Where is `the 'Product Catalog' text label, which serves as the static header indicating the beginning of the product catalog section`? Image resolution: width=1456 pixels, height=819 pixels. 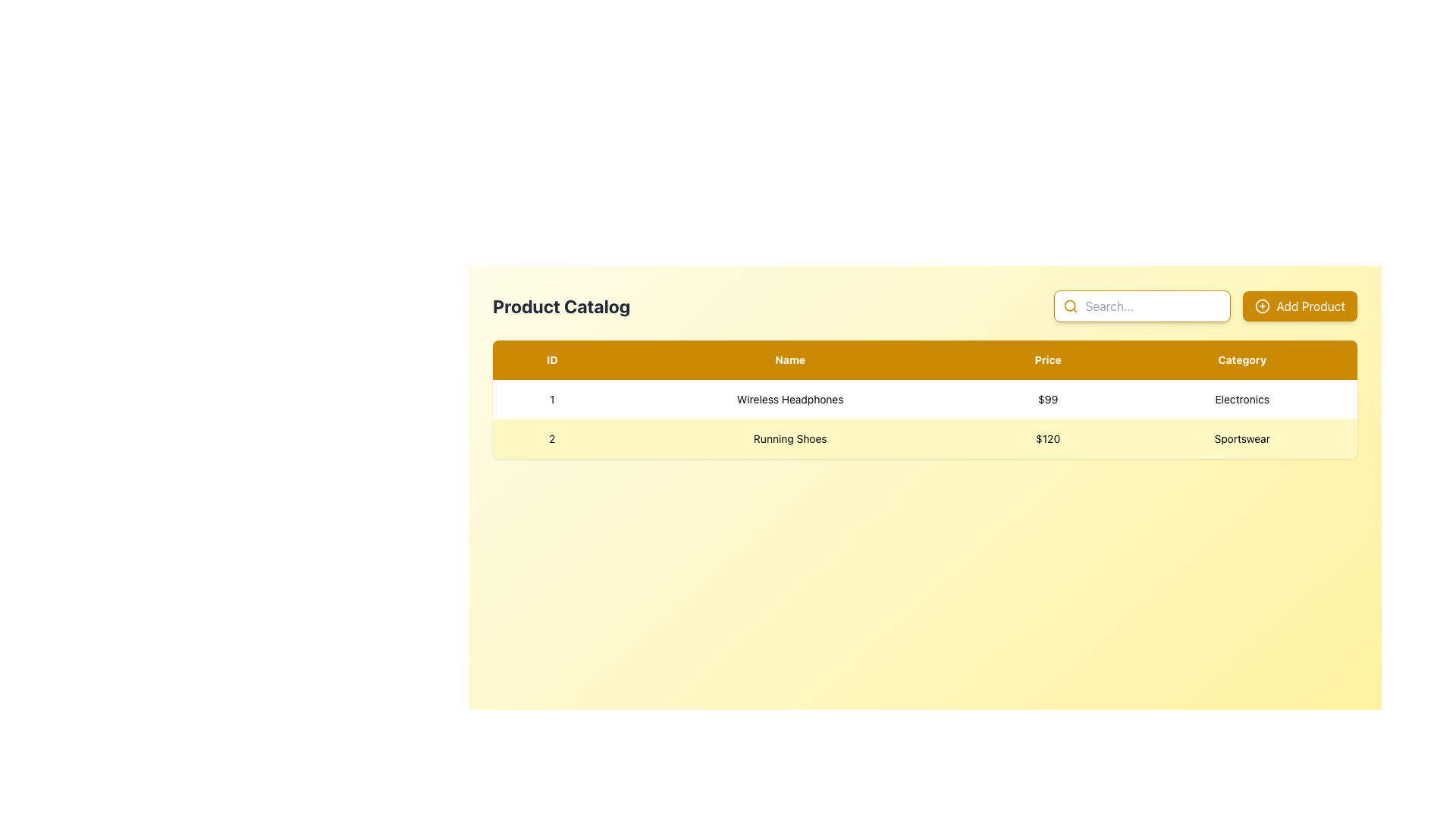
the 'Product Catalog' text label, which serves as the static header indicating the beginning of the product catalog section is located at coordinates (560, 306).